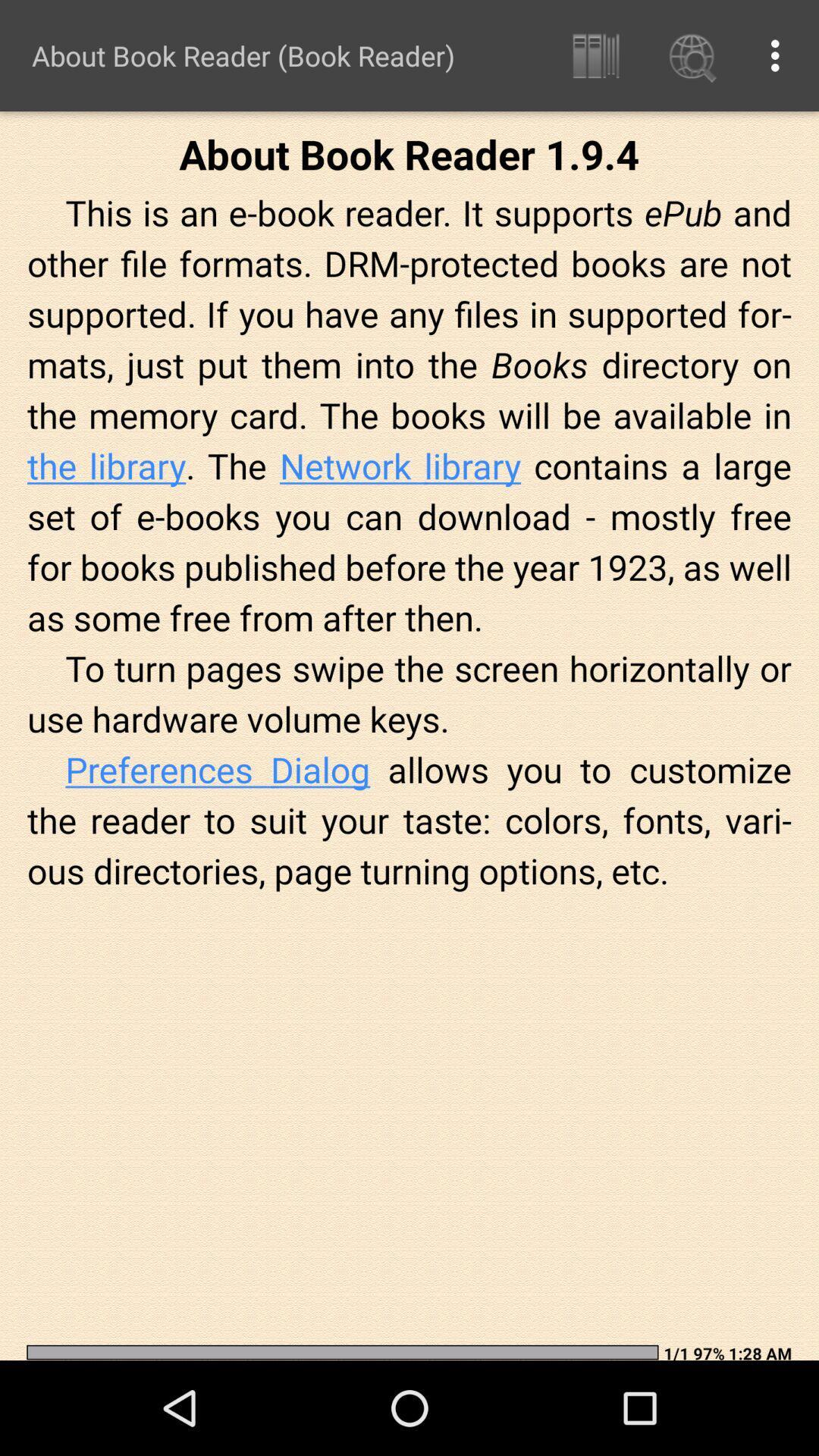 The width and height of the screenshot is (819, 1456). I want to click on about book reader app, so click(242, 55).